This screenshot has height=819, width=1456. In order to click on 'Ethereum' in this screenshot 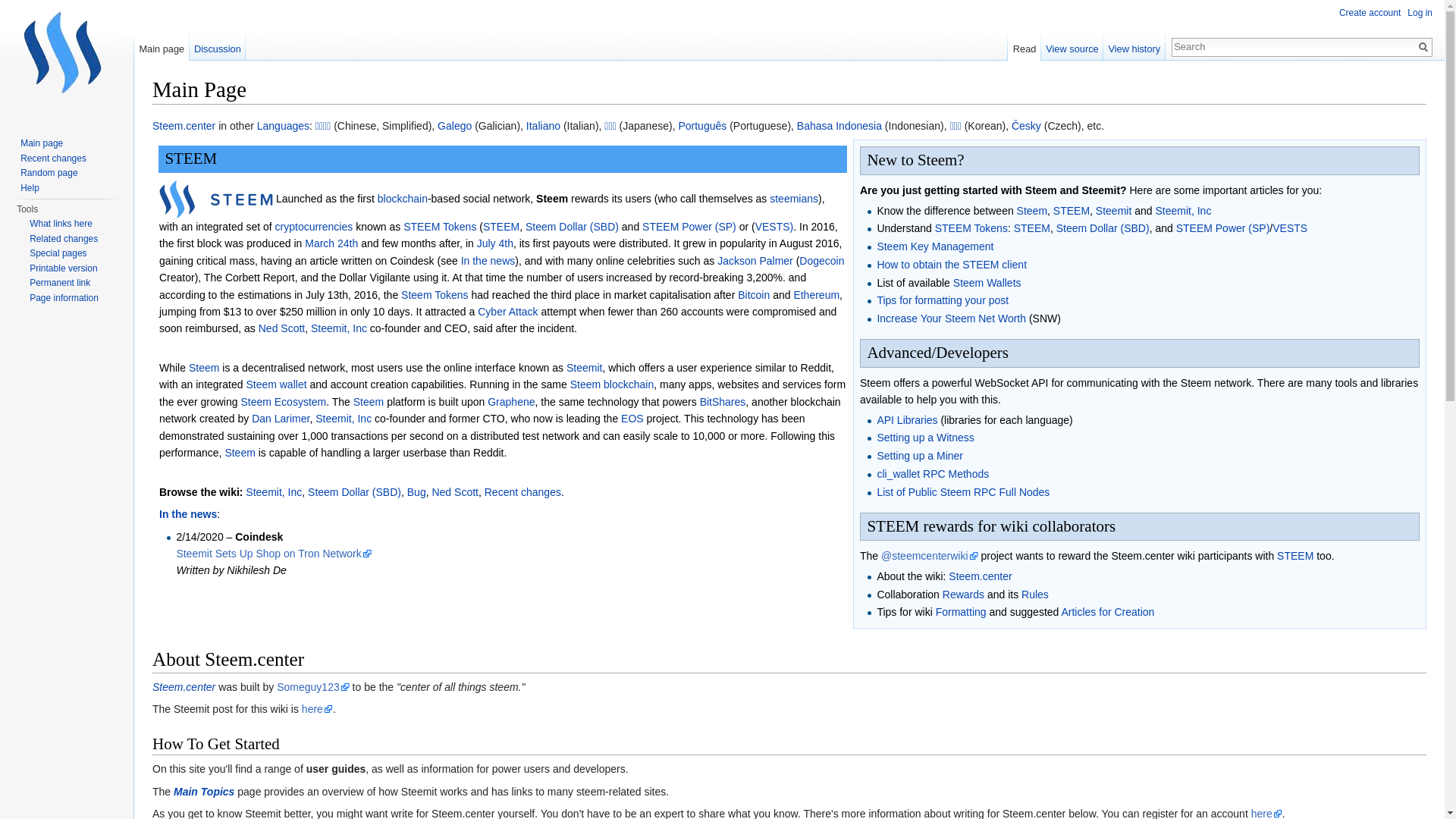, I will do `click(815, 294)`.